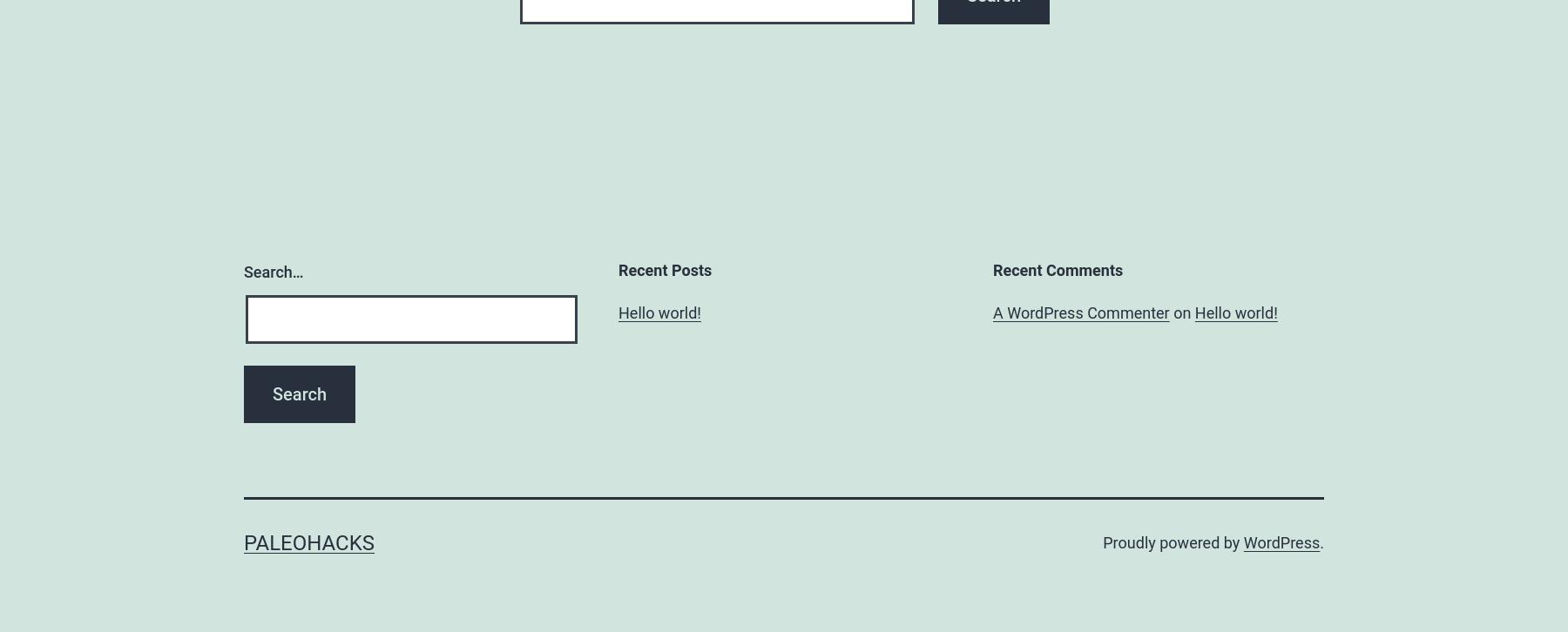 The image size is (1568, 632). Describe the element at coordinates (308, 541) in the screenshot. I see `'Paleohacks'` at that location.